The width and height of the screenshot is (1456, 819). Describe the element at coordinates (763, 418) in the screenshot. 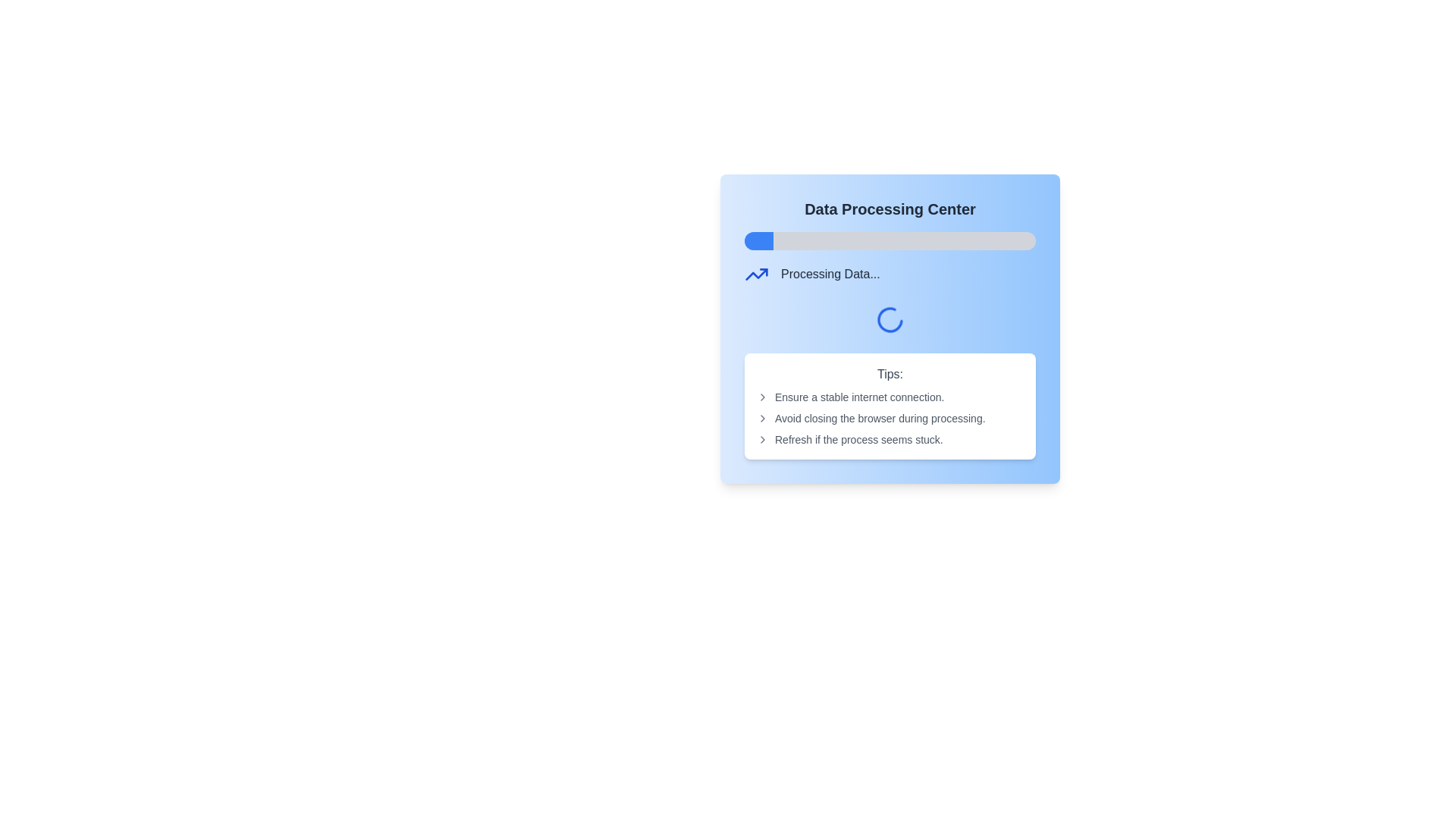

I see `the right-facing chevron arrow icon, which is gray and located to the left of the text 'Avoid closing the browser during processing.' in the Tips section` at that location.